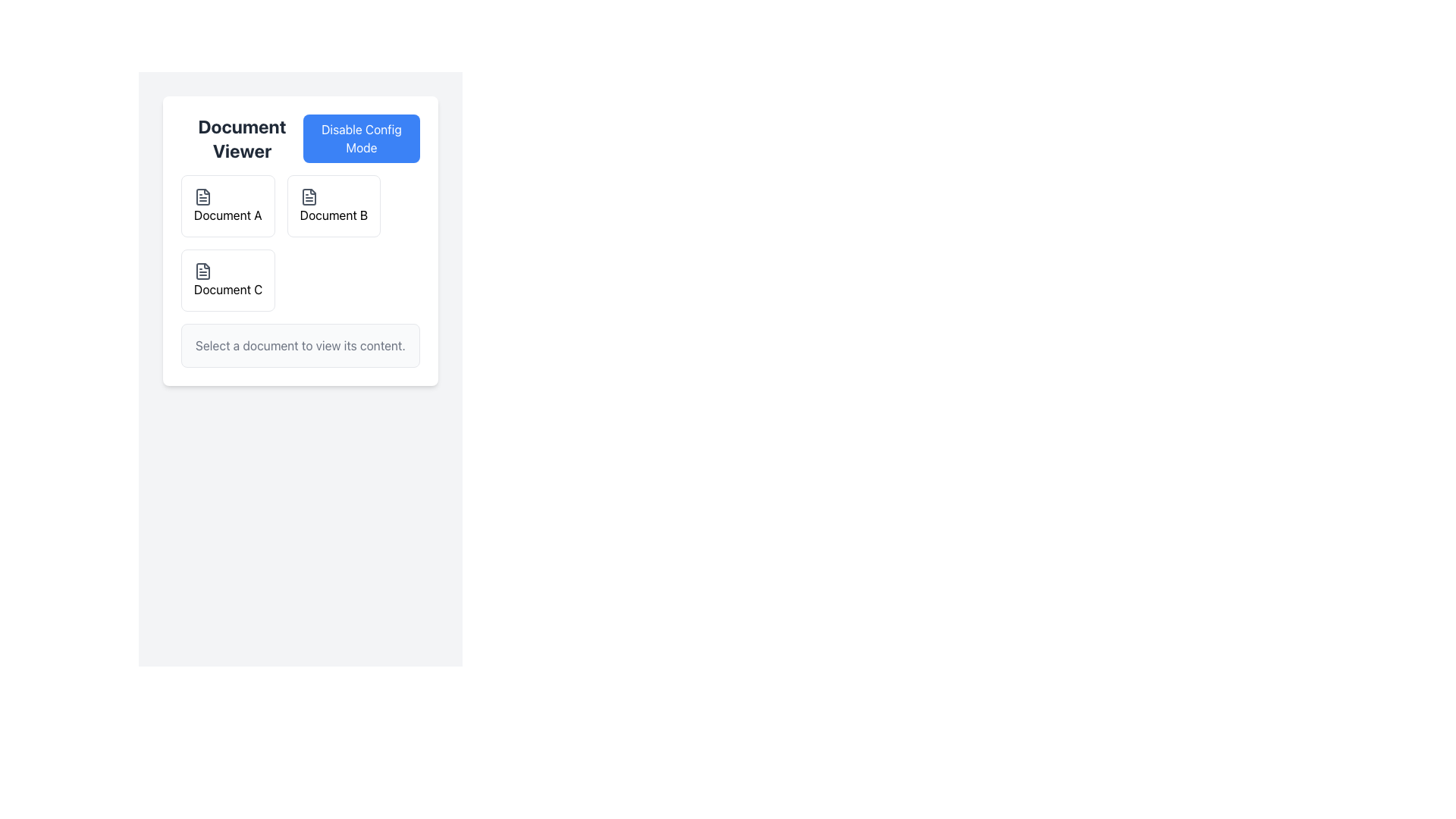 Image resolution: width=1456 pixels, height=819 pixels. Describe the element at coordinates (308, 196) in the screenshot. I see `the second SVG-based document icon located at the top-right in the grid under the 'Document Viewer' section, which represents 'Document B'` at that location.